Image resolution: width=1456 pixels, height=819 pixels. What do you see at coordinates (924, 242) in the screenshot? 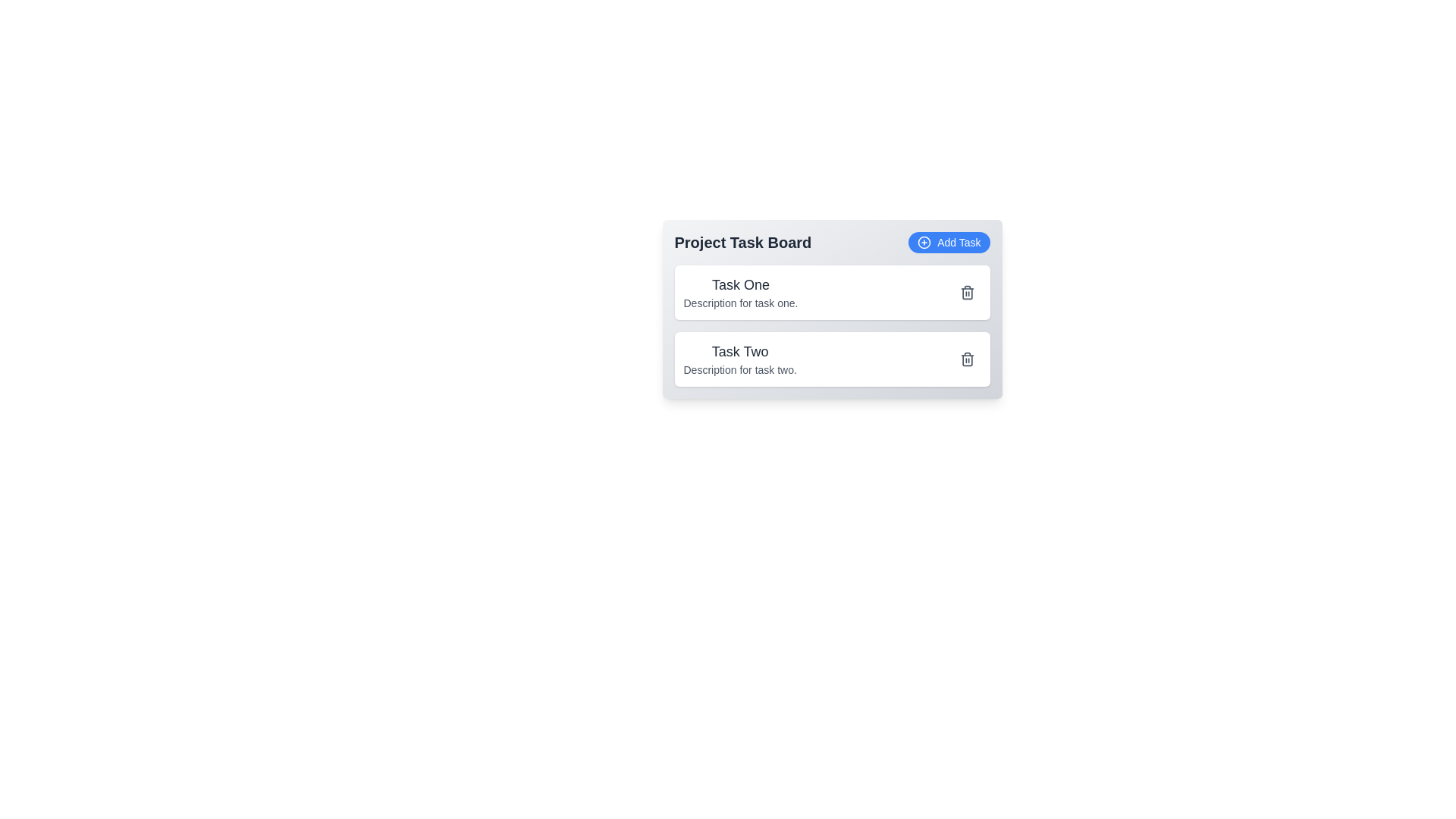
I see `the small circular '+' icon located in the top-right corner of the 'Add Task' button on the 'Project Task Board'` at bounding box center [924, 242].